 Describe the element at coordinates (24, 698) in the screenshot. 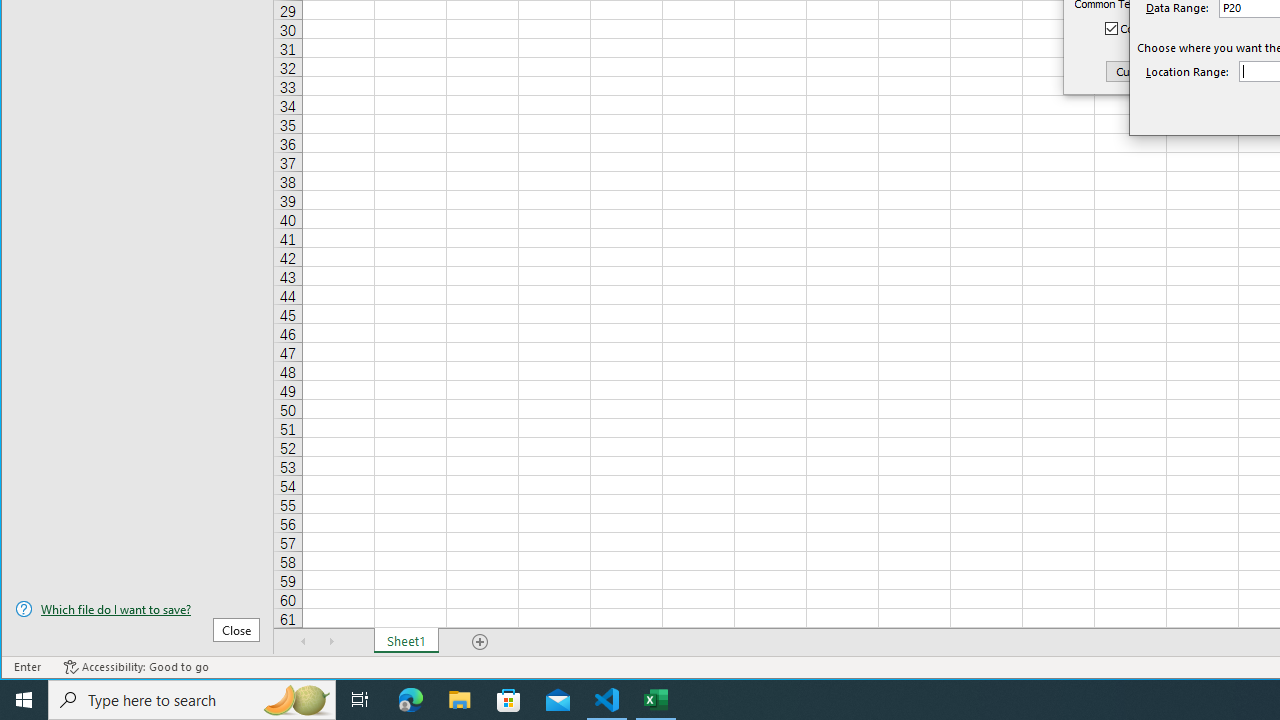

I see `'Start'` at that location.